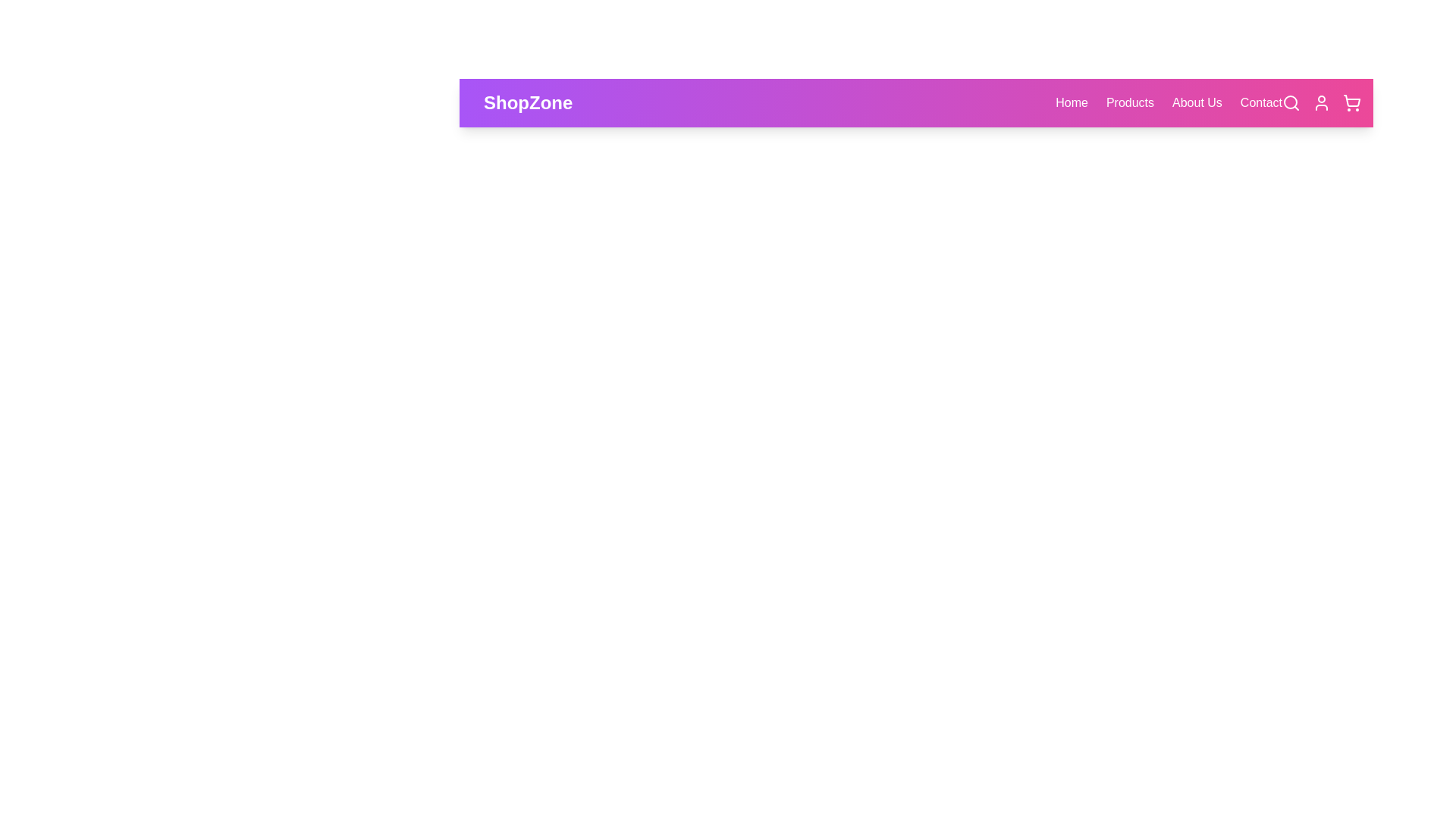 This screenshot has height=819, width=1456. I want to click on the About Us link in the navigation bar to navigate to the respective section, so click(1197, 102).